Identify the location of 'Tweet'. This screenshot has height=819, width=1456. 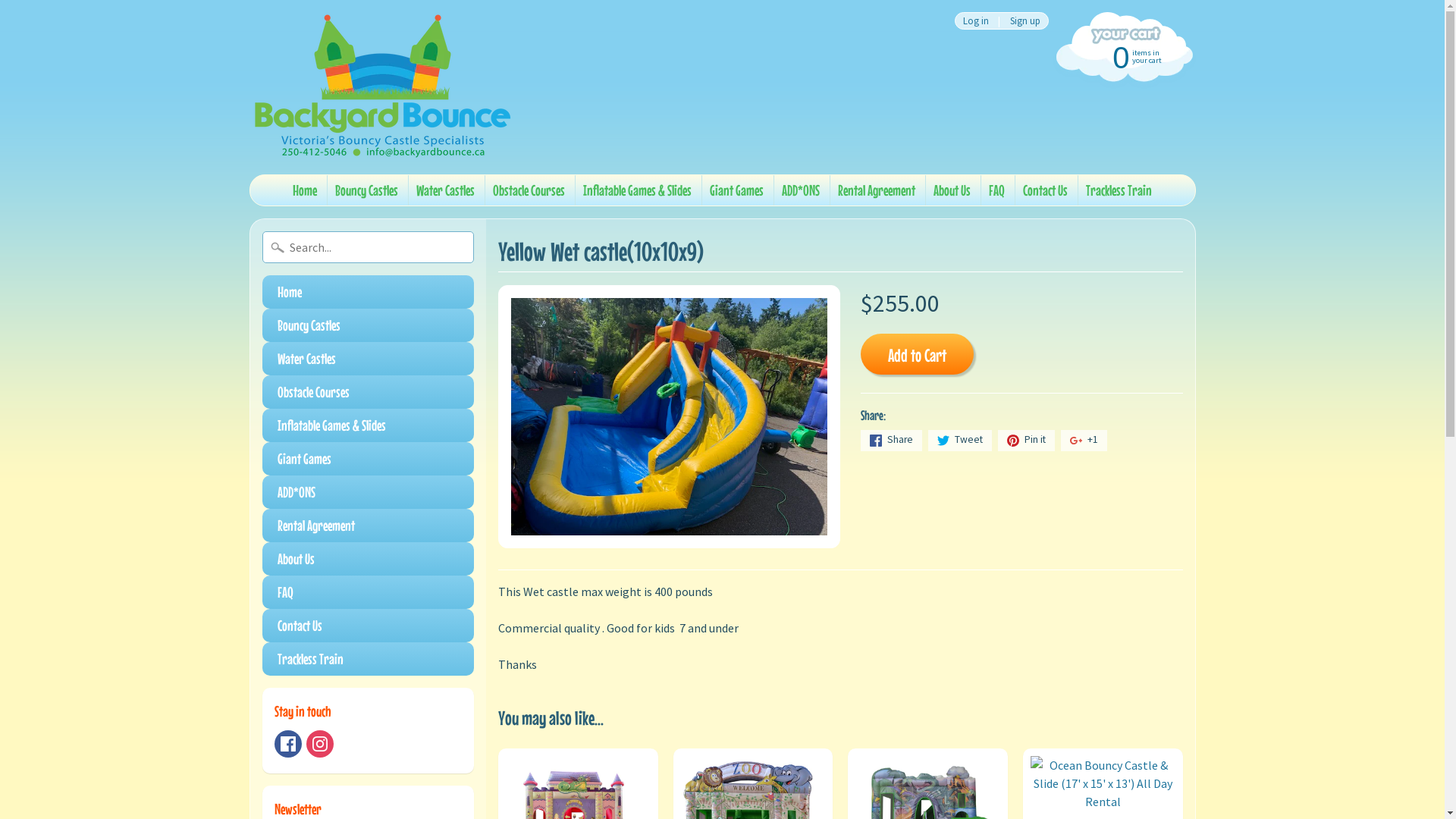
(959, 441).